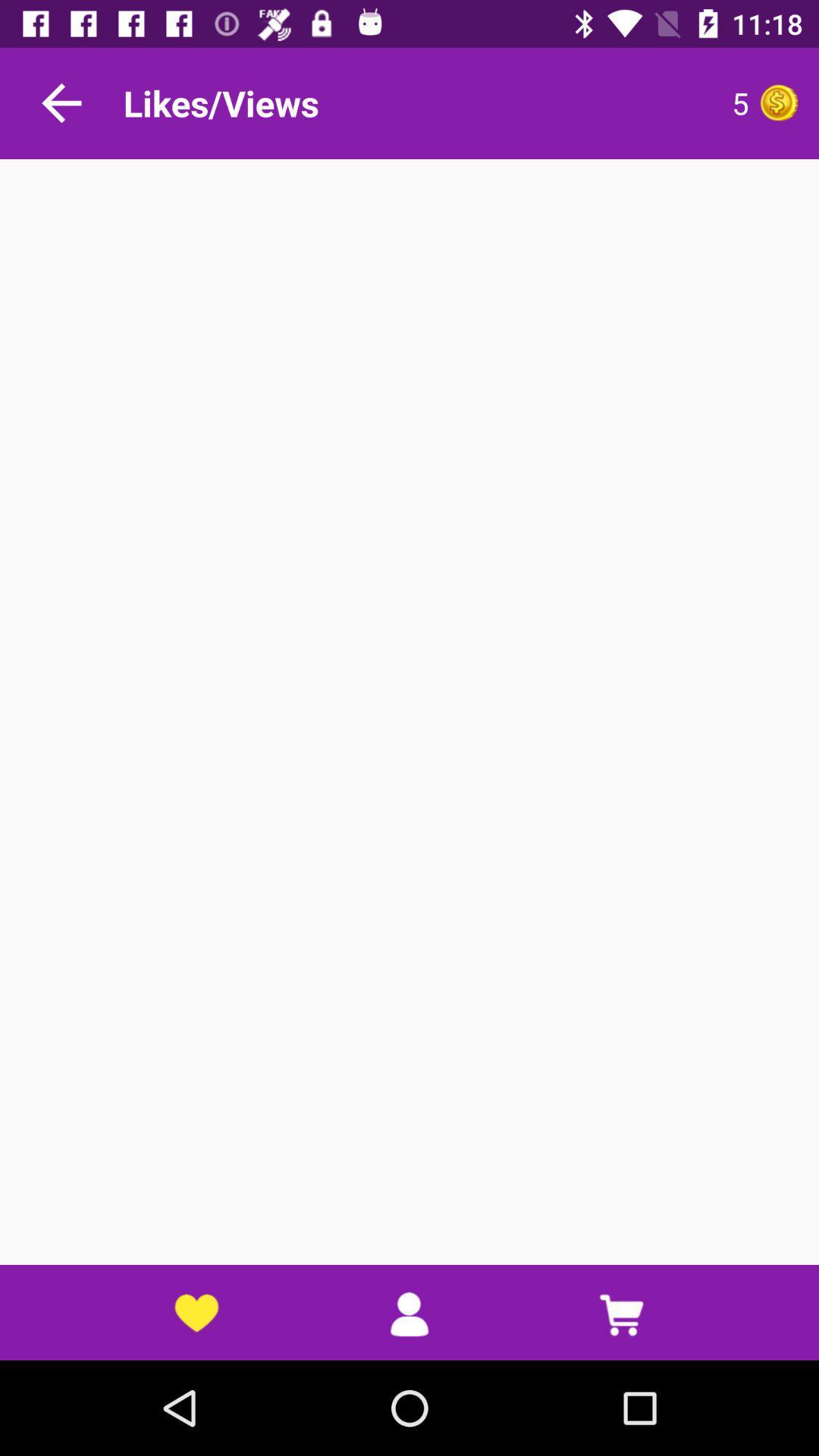 This screenshot has width=819, height=1456. Describe the element at coordinates (61, 102) in the screenshot. I see `return to previous page` at that location.